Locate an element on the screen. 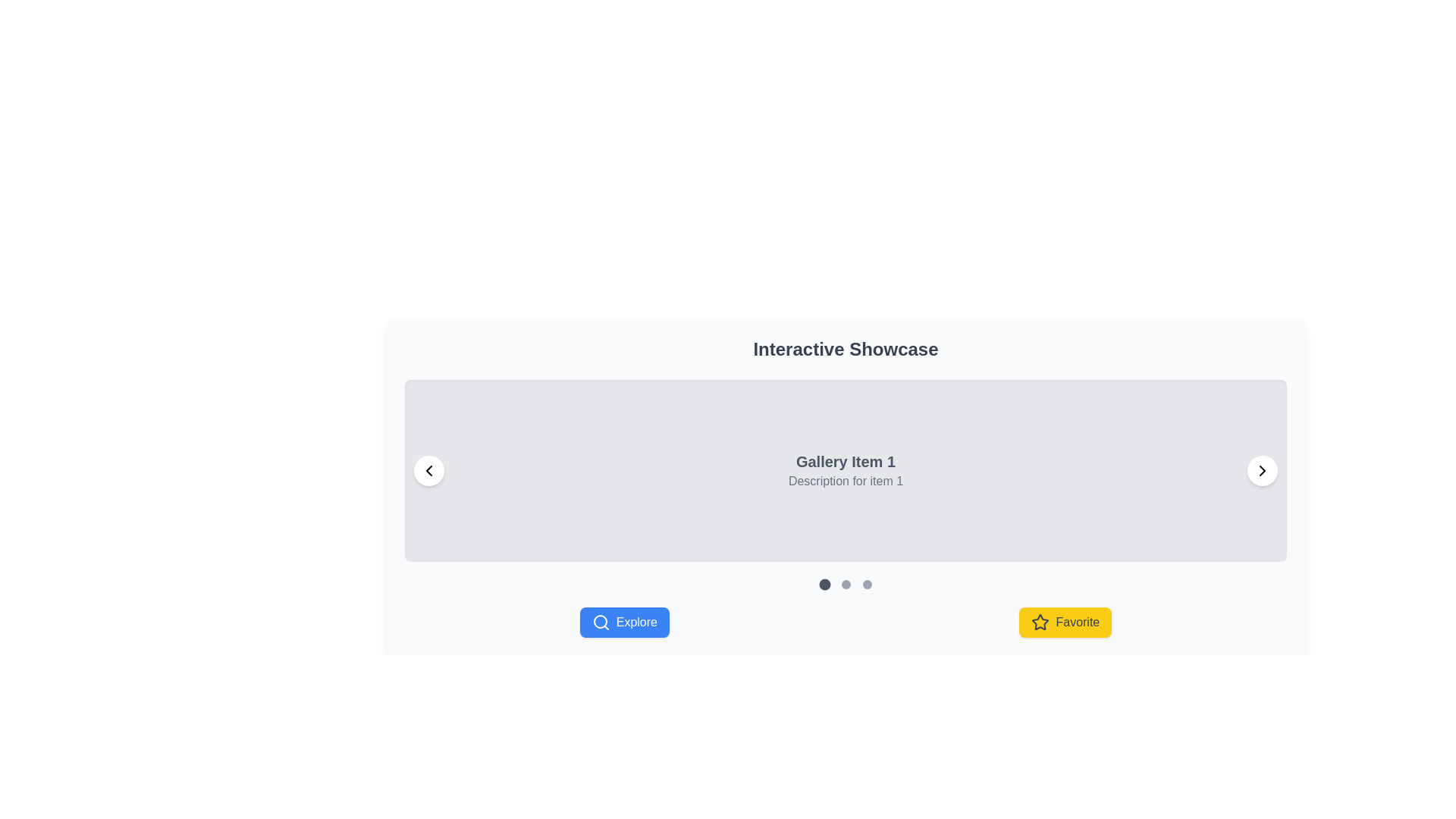 This screenshot has width=1456, height=819. the chevron icon representing the 'next' navigation button located on the right side of the carousel widget is located at coordinates (1263, 470).